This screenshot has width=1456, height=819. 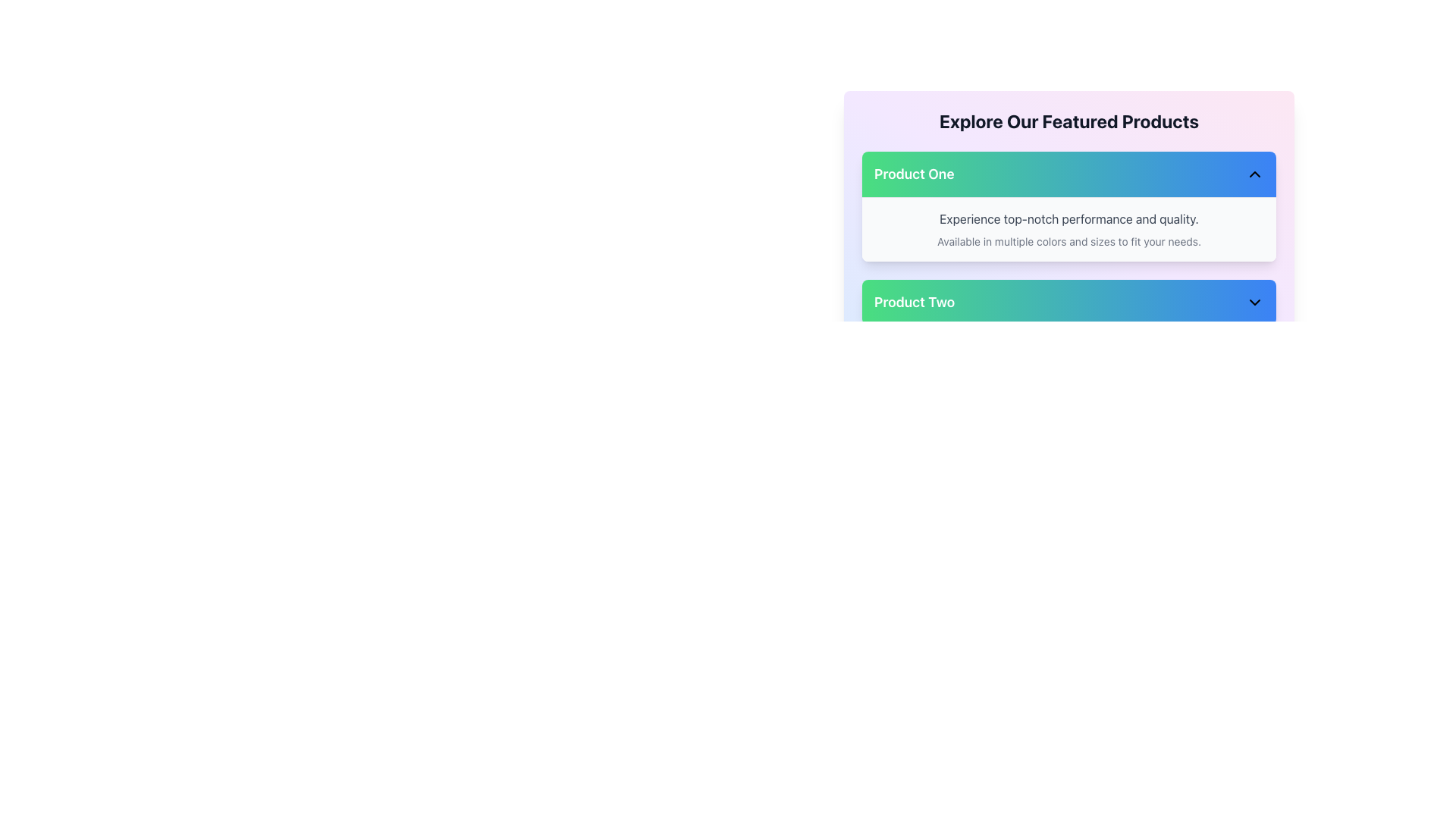 I want to click on information in the text block that is located beneath the 'Product One' header, which contains two lines of text about performance and availability in colors and sizes, so click(x=1068, y=228).